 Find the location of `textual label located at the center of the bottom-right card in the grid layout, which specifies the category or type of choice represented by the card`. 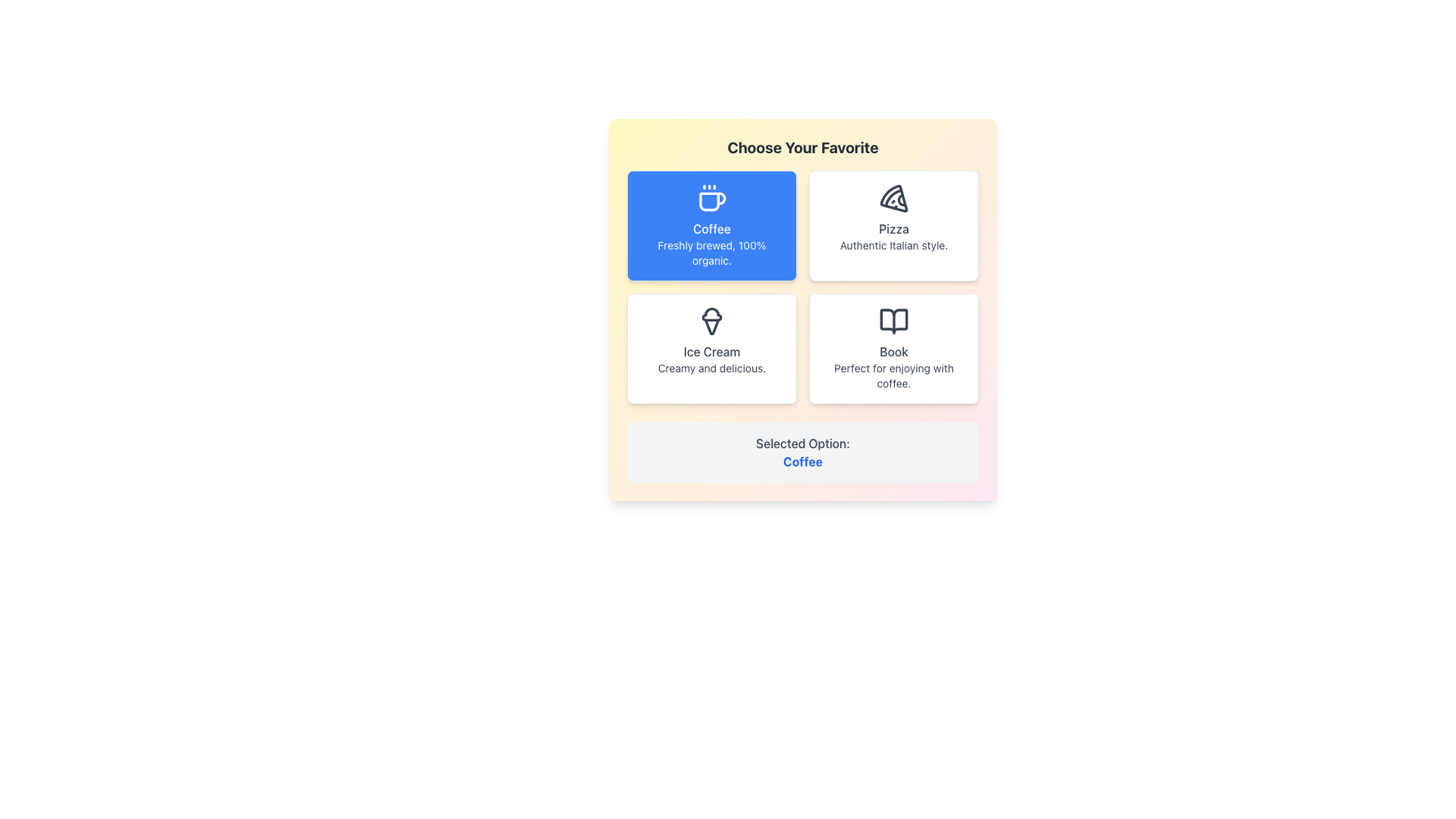

textual label located at the center of the bottom-right card in the grid layout, which specifies the category or type of choice represented by the card is located at coordinates (894, 351).